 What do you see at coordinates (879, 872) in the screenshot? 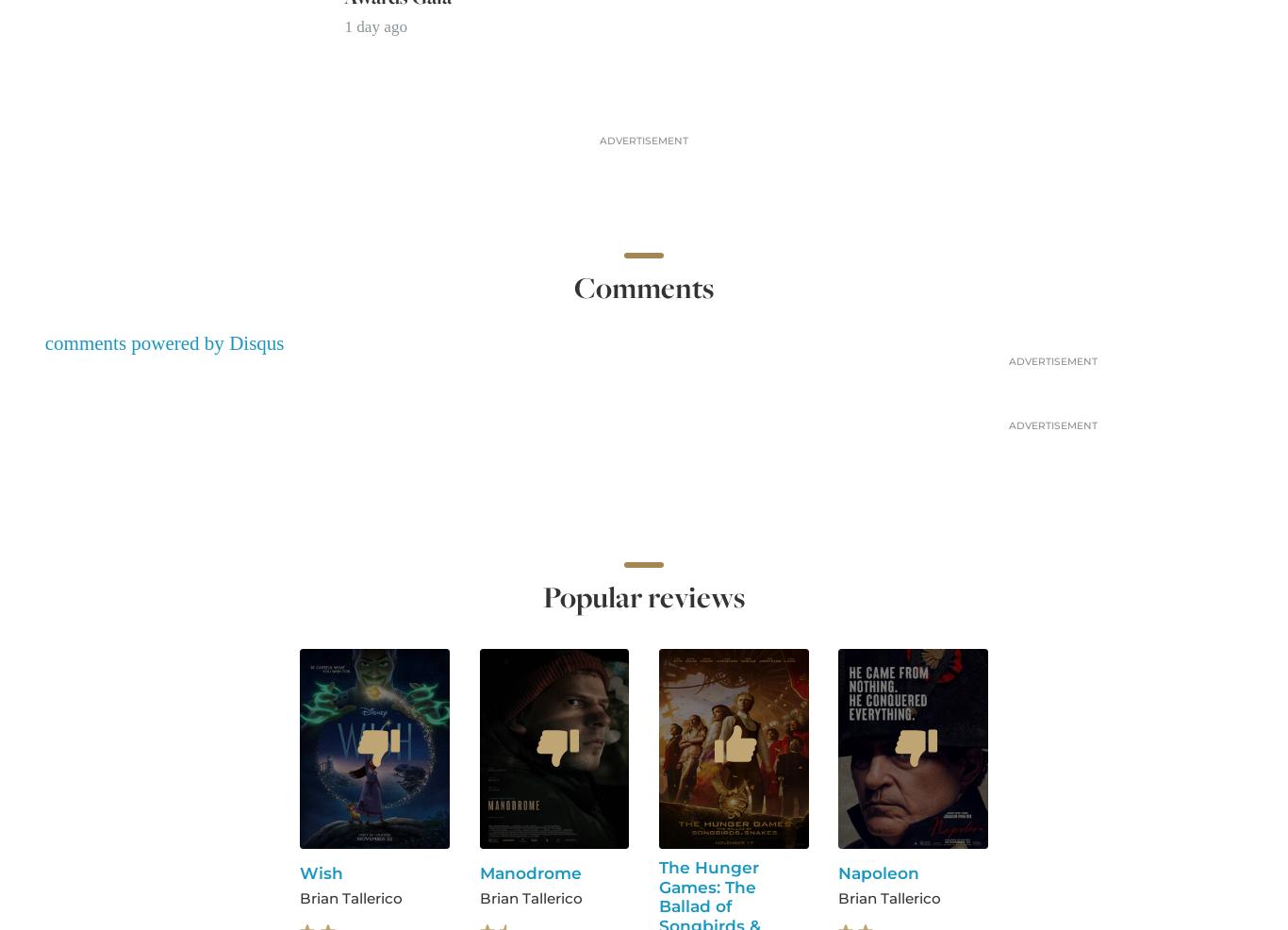
I see `'Napoleon'` at bounding box center [879, 872].